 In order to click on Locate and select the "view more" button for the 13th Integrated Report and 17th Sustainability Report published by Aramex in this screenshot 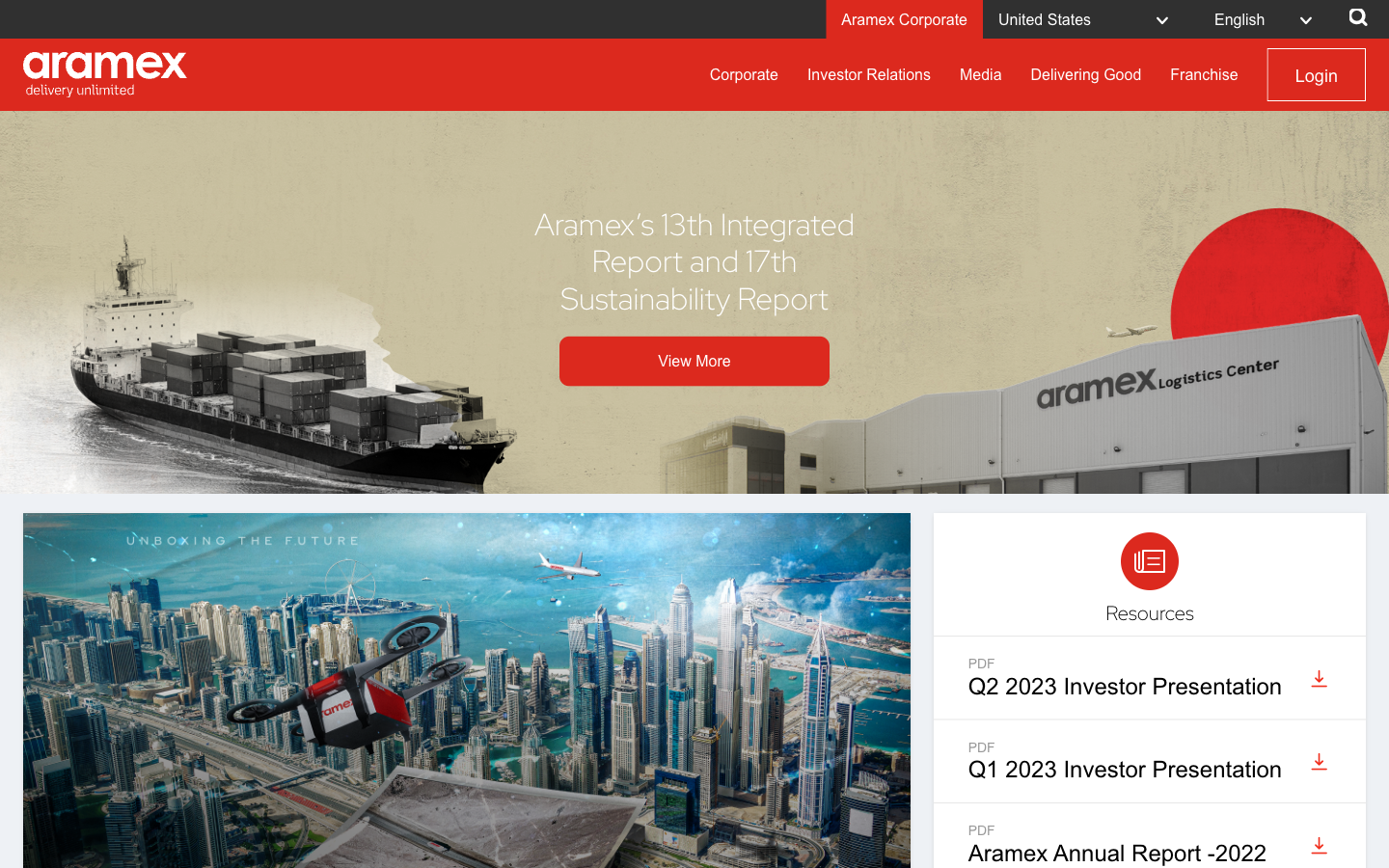, I will do `click(694, 361)`.